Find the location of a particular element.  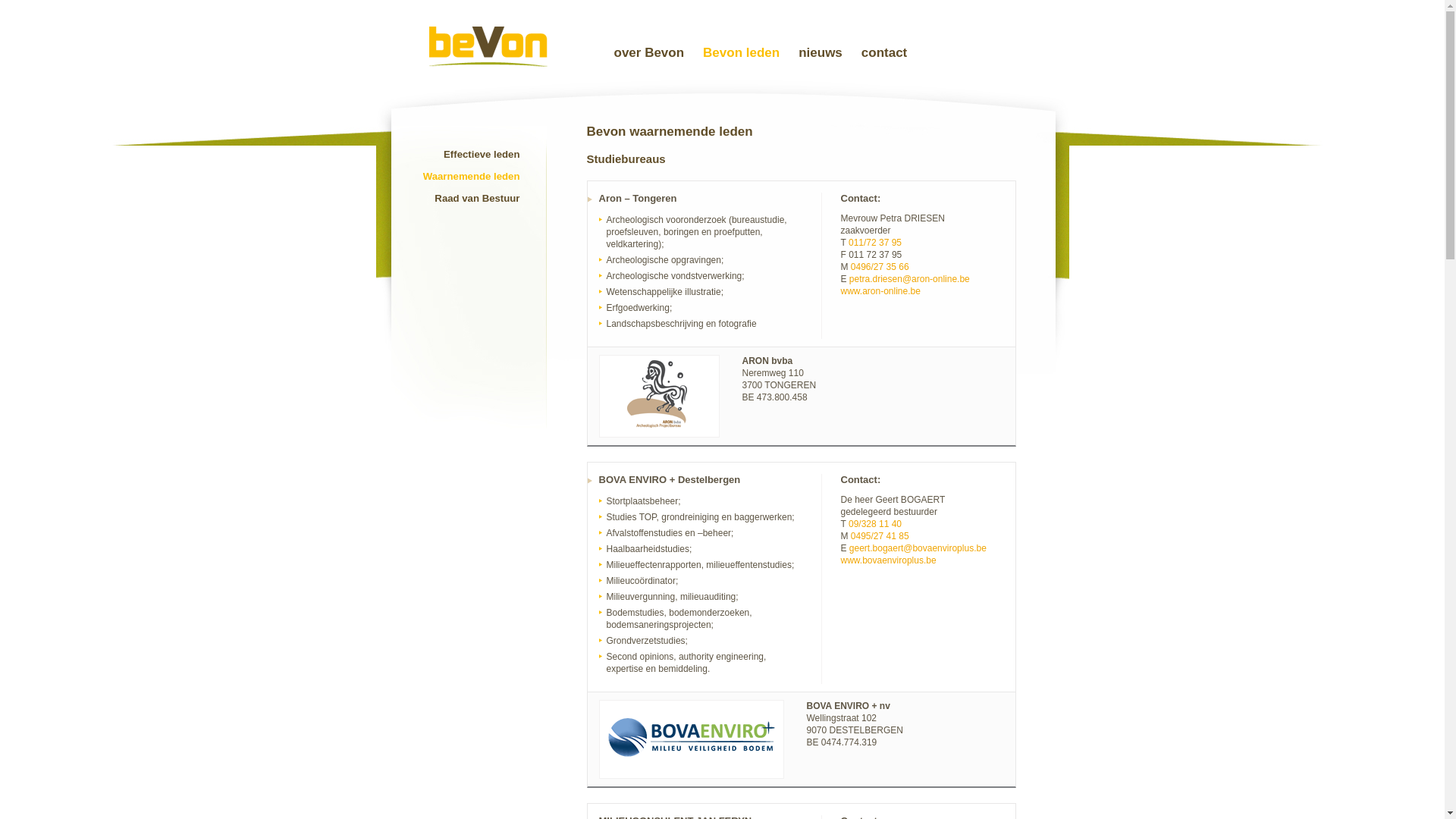

'contact' is located at coordinates (884, 52).